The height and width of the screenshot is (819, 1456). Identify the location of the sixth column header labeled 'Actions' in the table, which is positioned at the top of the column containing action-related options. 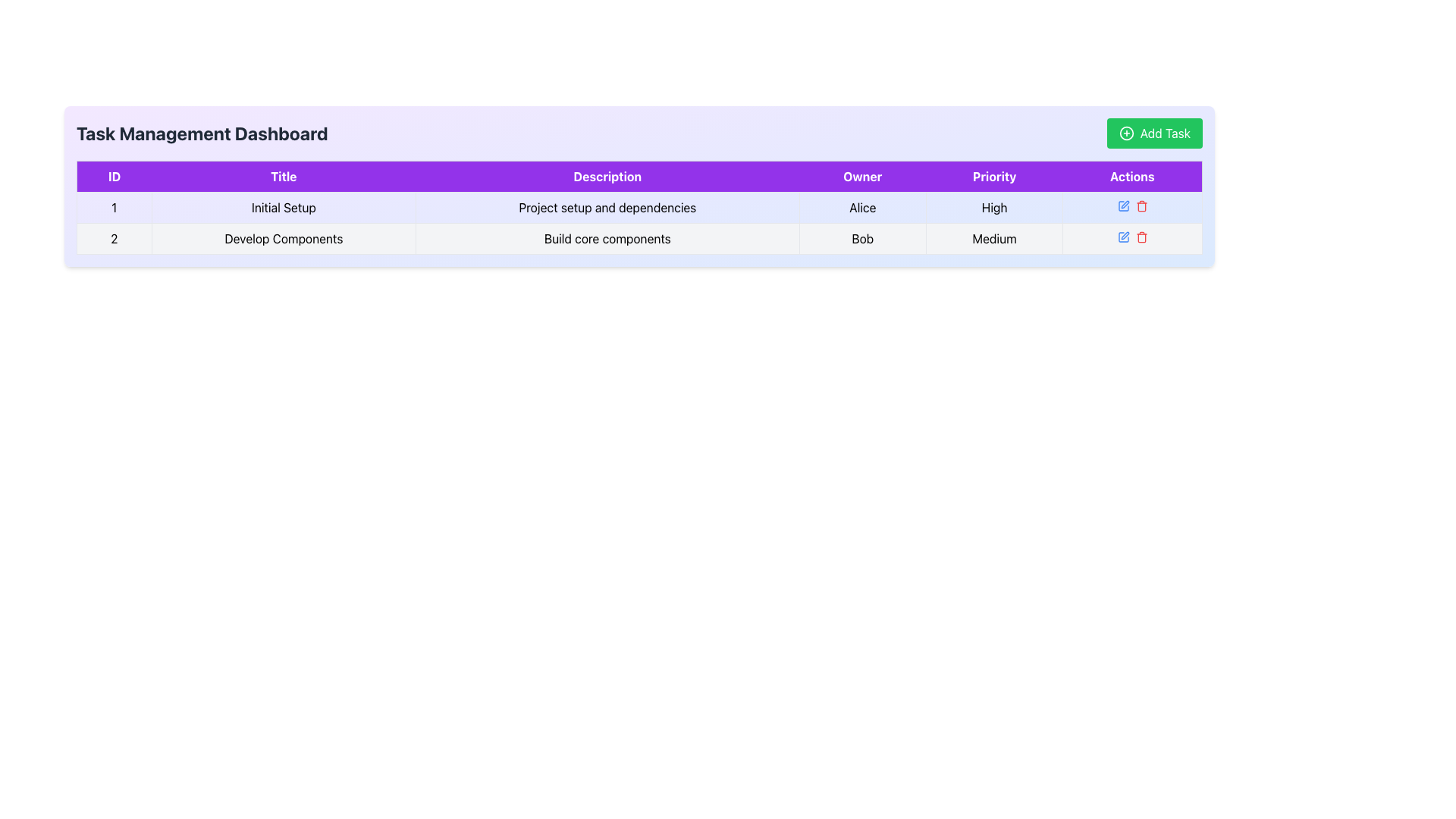
(1132, 175).